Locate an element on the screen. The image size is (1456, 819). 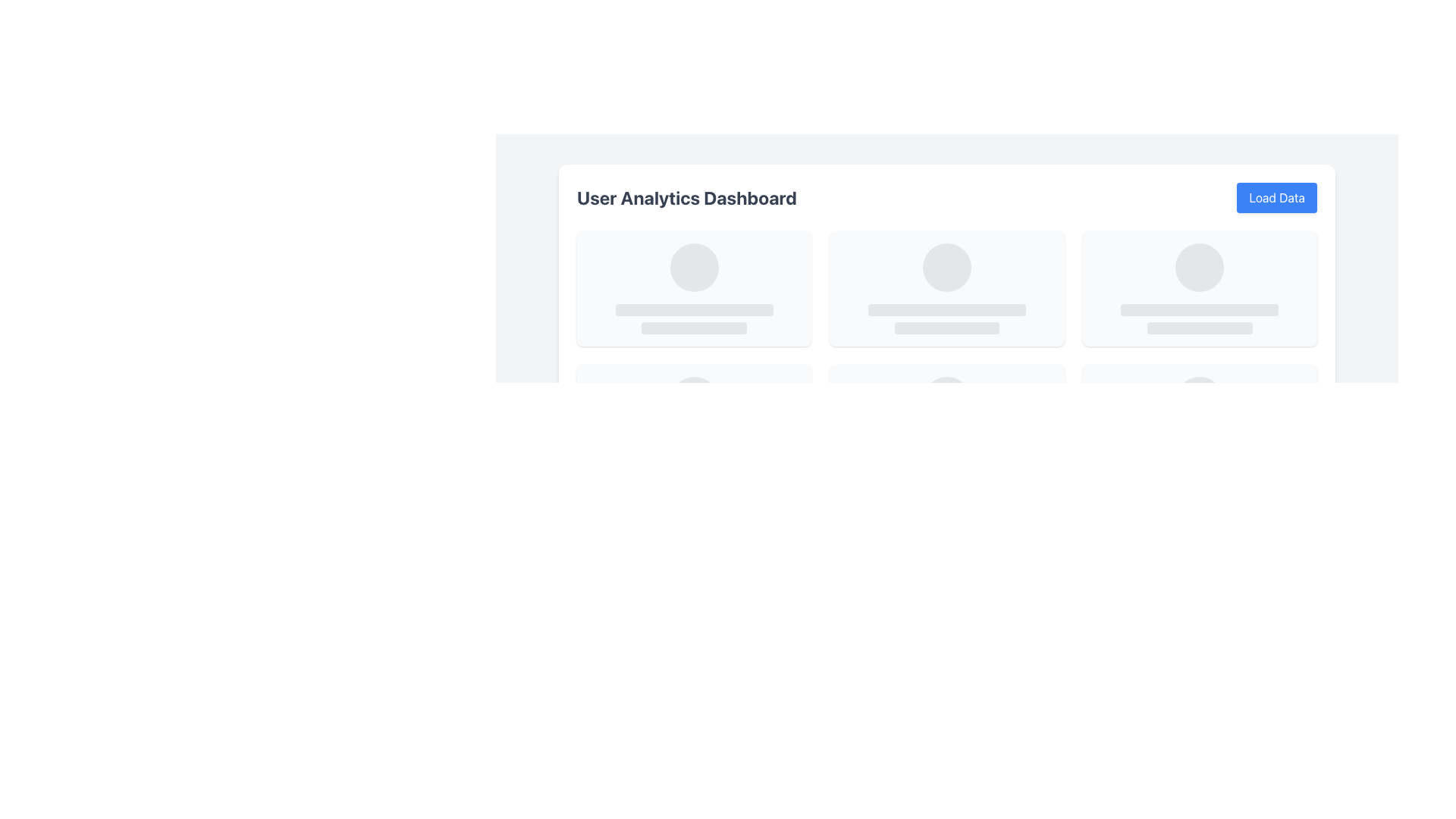
the narrow gray rectangle with rounded corners located below a longer rectangle and aligned with a circular placeholder above it is located at coordinates (946, 327).